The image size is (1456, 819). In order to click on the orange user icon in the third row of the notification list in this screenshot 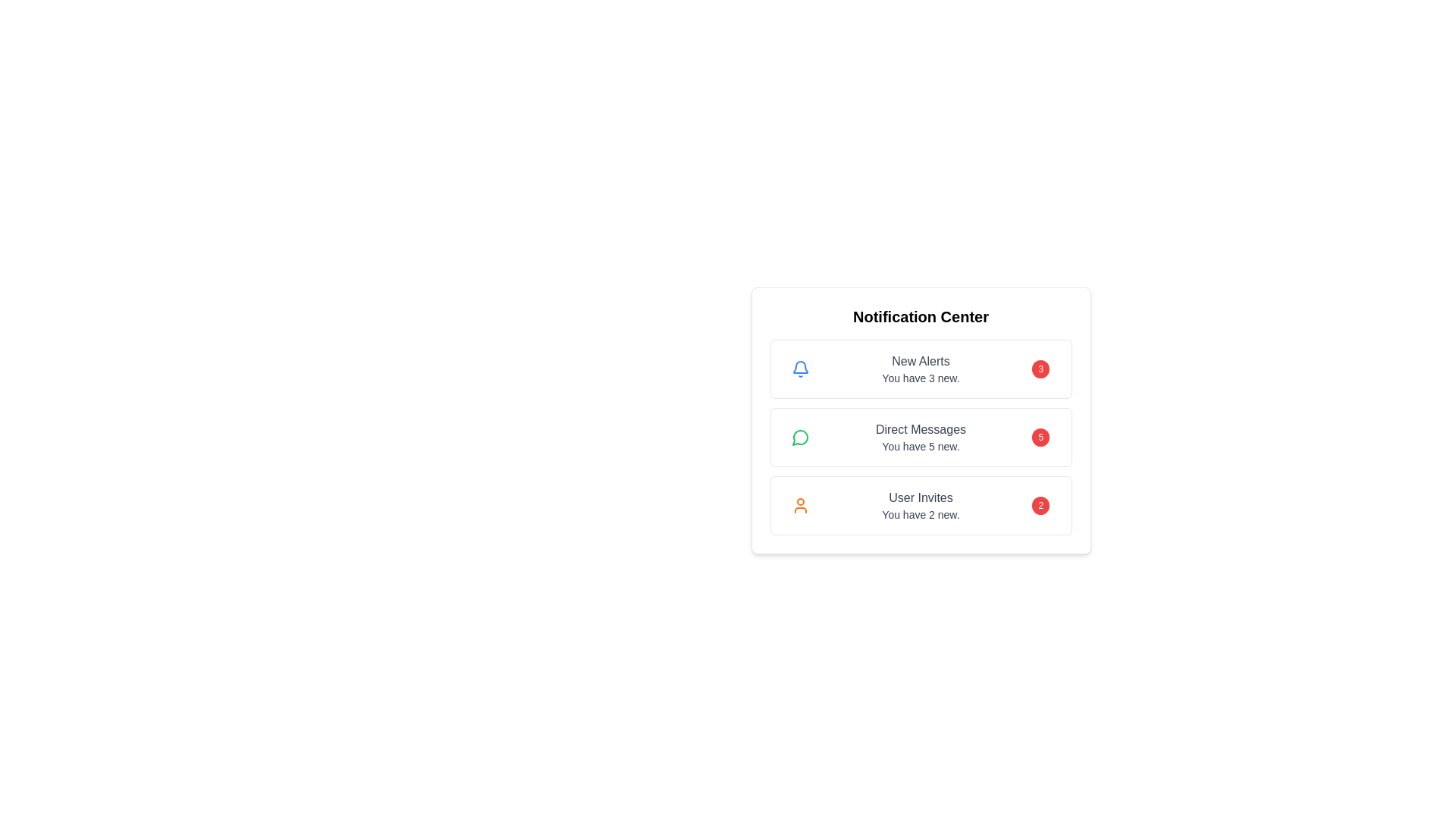, I will do `click(800, 506)`.